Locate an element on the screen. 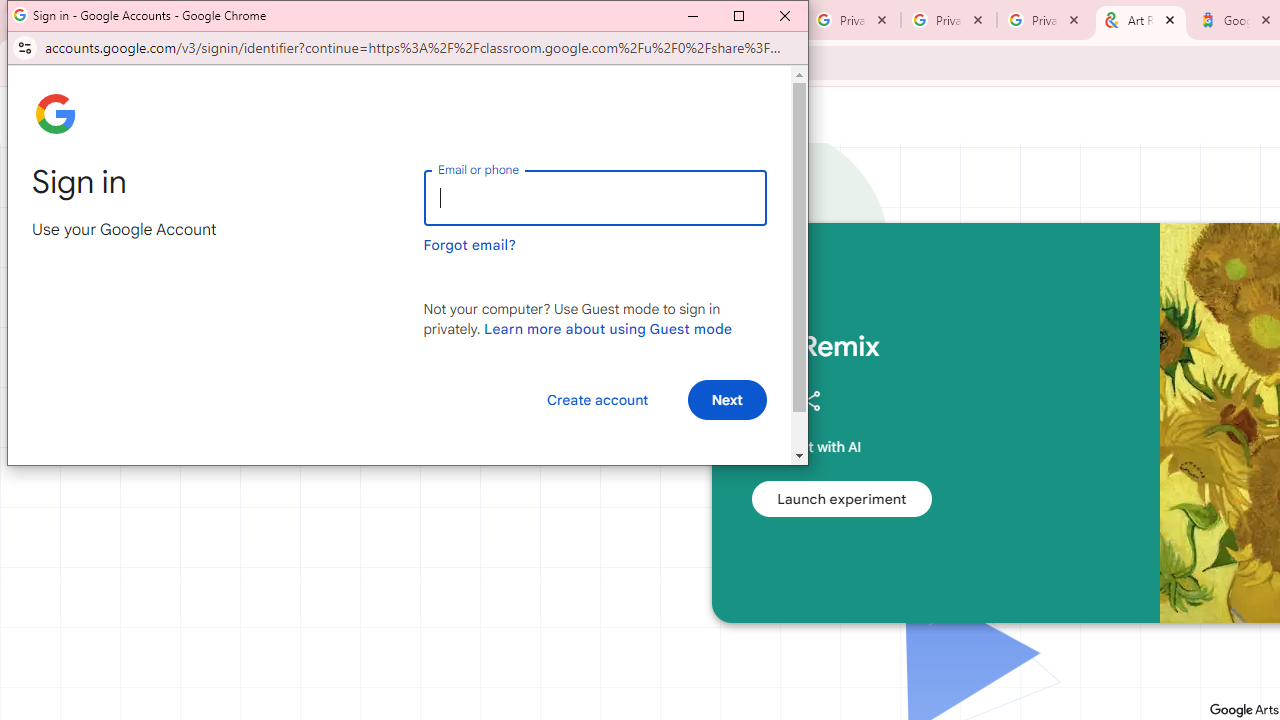 This screenshot has width=1280, height=720. 'Maximize' is located at coordinates (737, 16).